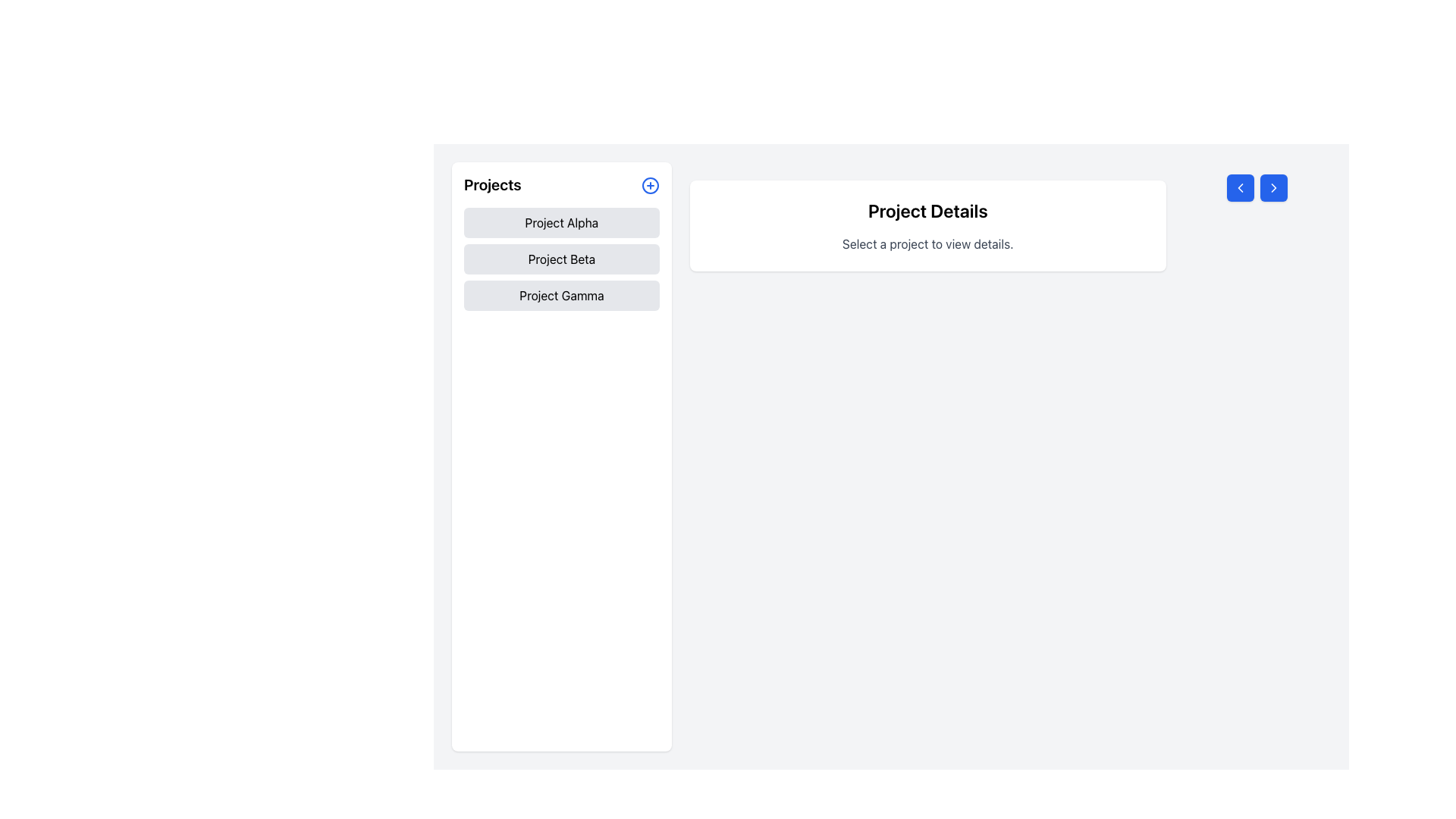  Describe the element at coordinates (560, 222) in the screenshot. I see `the button labeled 'Project Alpha' in the sidebar` at that location.